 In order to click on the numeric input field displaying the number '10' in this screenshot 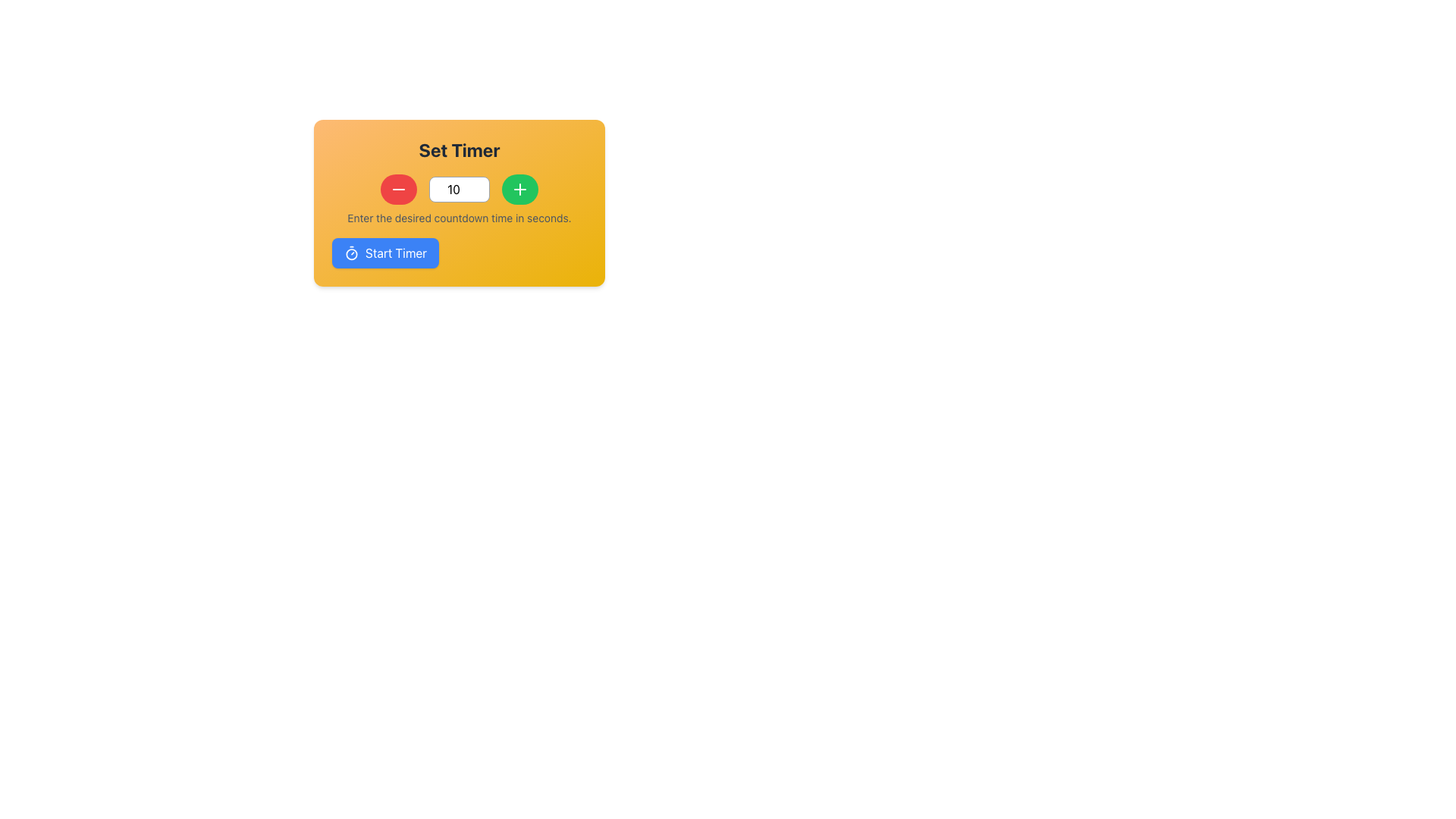, I will do `click(458, 189)`.